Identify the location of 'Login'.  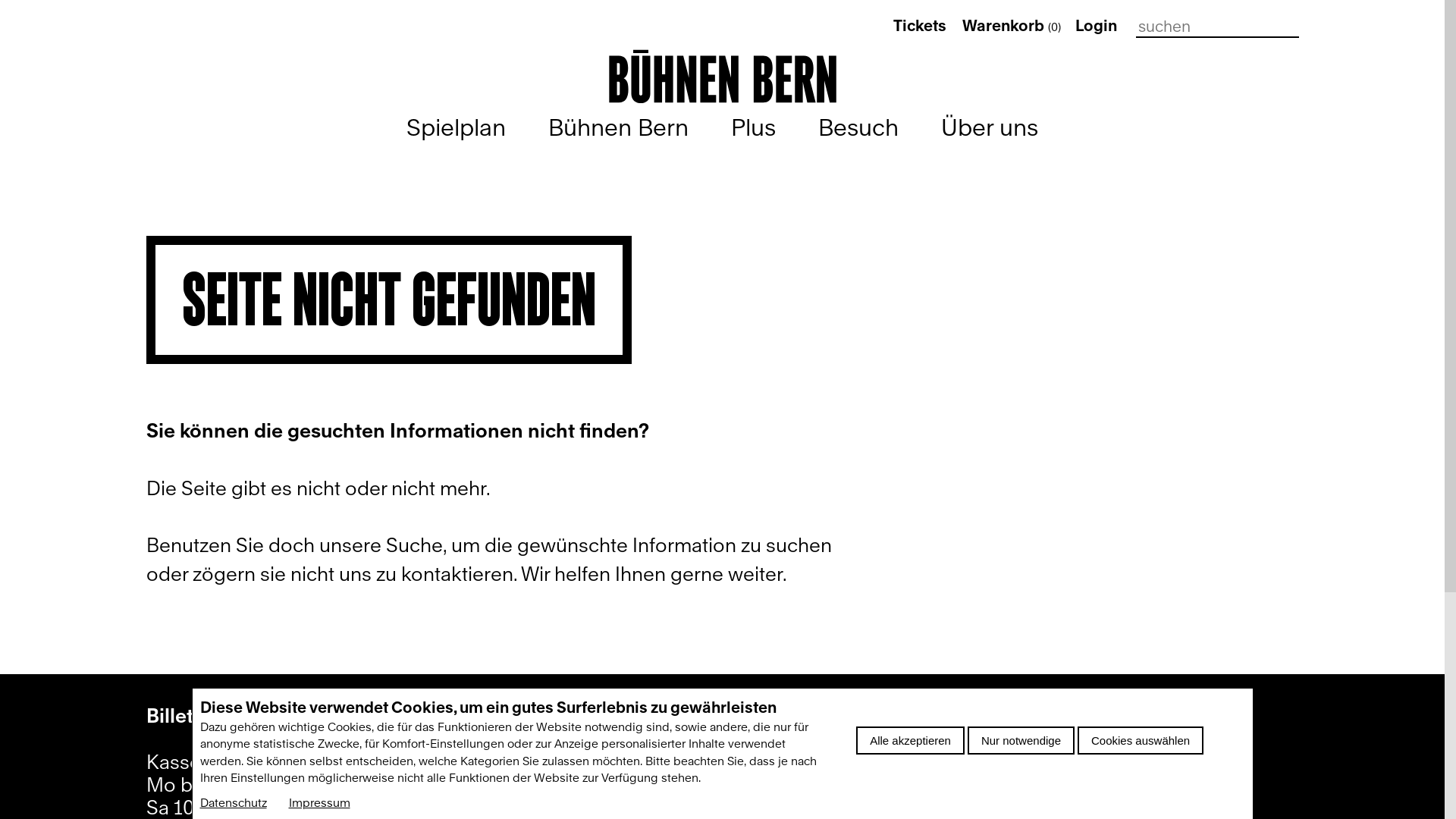
(1074, 26).